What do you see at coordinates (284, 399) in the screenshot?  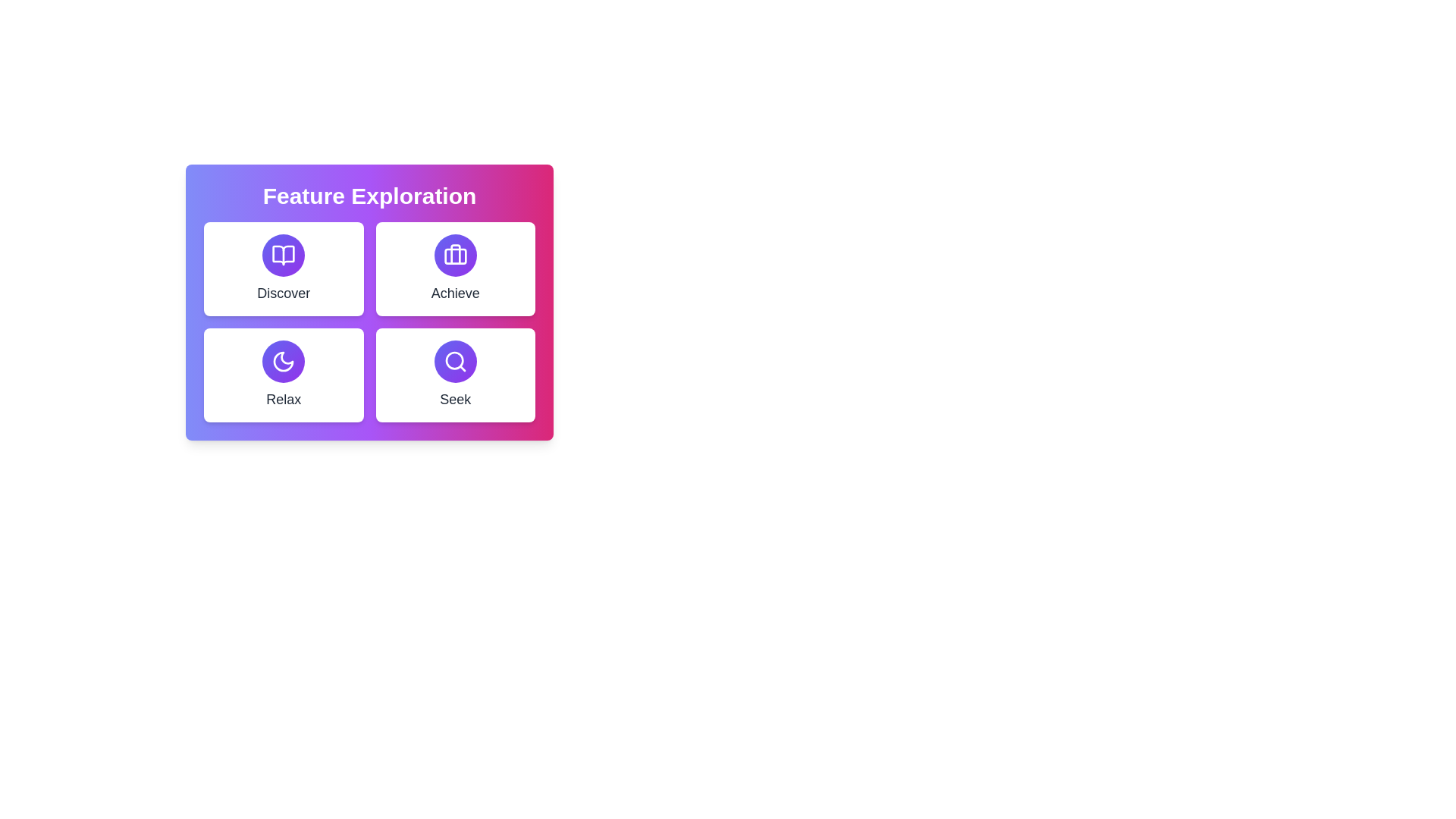 I see `the 'Relax' text label, which is styled in a medium-sized font and positioned at the bottom-left corner below a moon icon` at bounding box center [284, 399].